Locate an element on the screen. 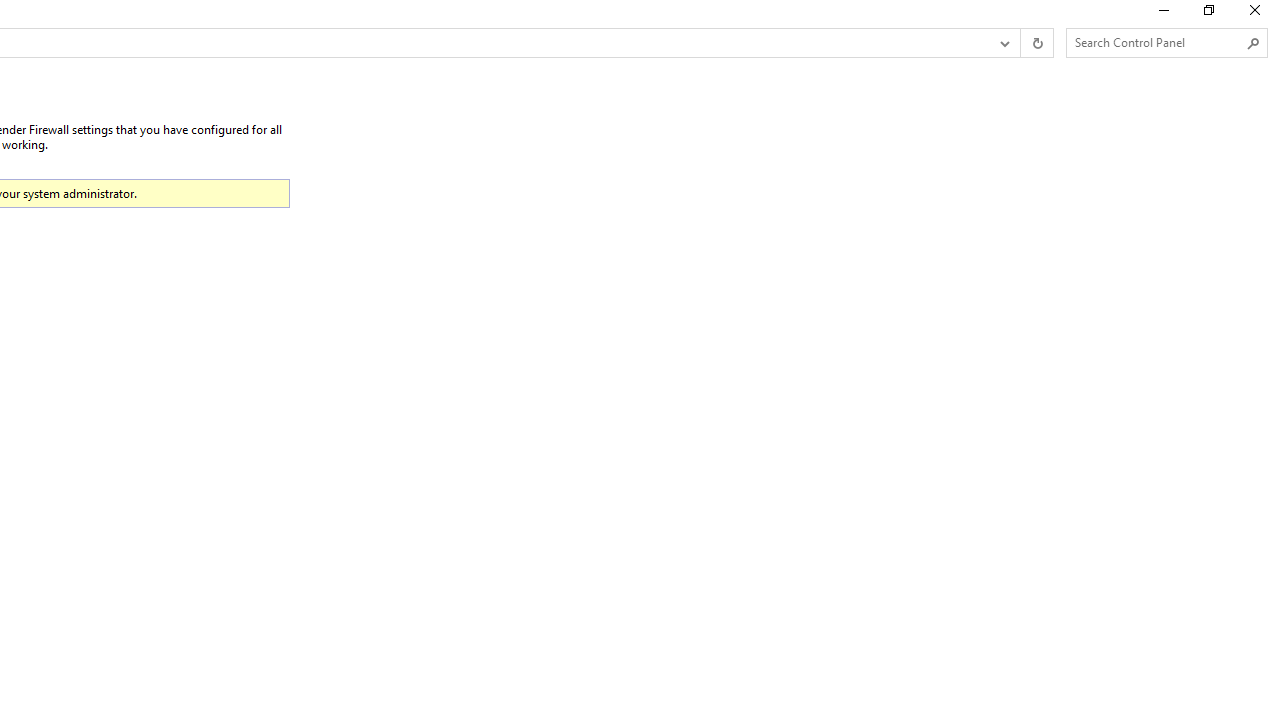 Image resolution: width=1280 pixels, height=720 pixels. 'Search' is located at coordinates (1252, 43).